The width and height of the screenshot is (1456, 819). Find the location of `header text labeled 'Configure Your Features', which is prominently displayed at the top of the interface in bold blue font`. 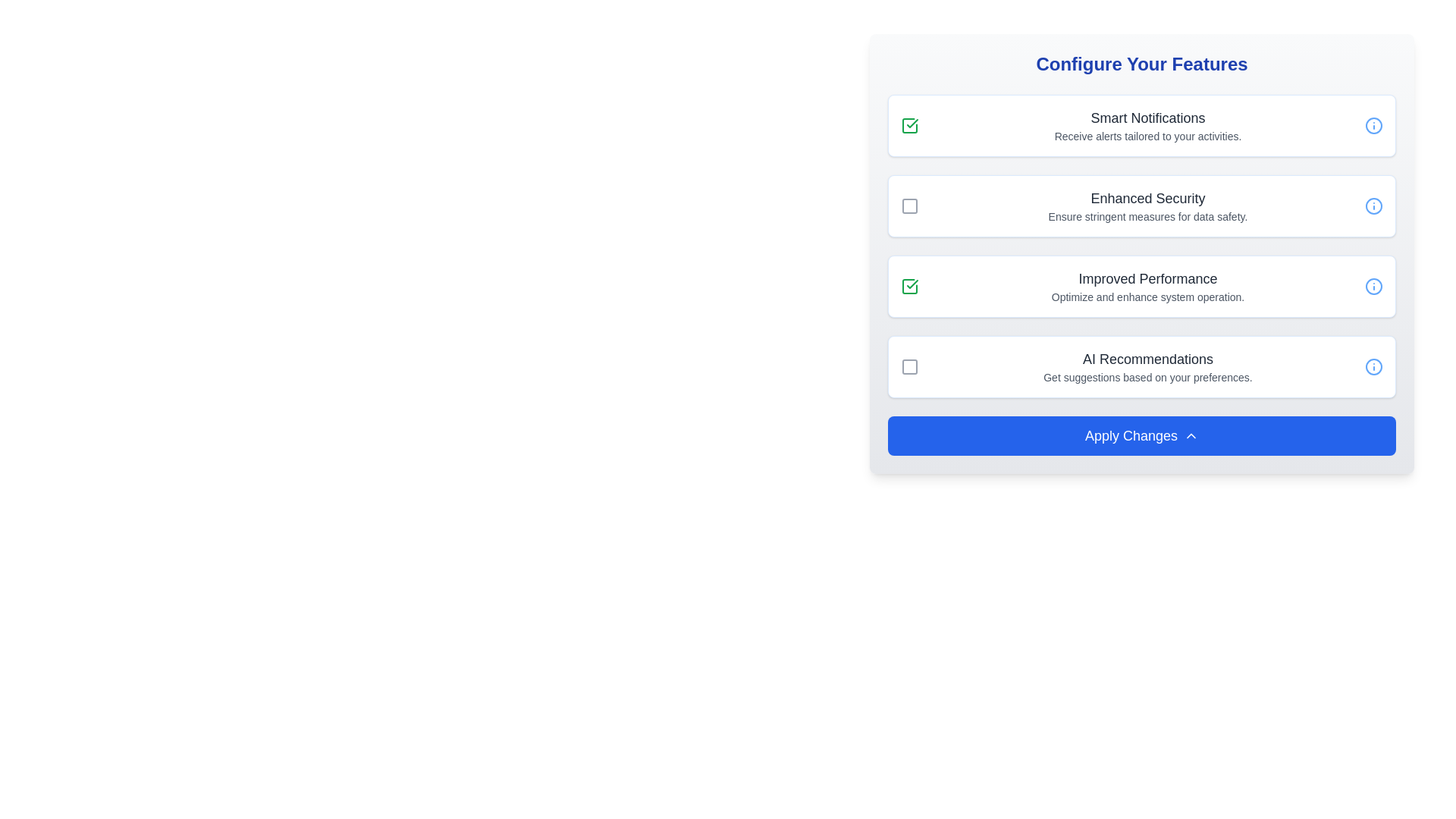

header text labeled 'Configure Your Features', which is prominently displayed at the top of the interface in bold blue font is located at coordinates (1142, 63).